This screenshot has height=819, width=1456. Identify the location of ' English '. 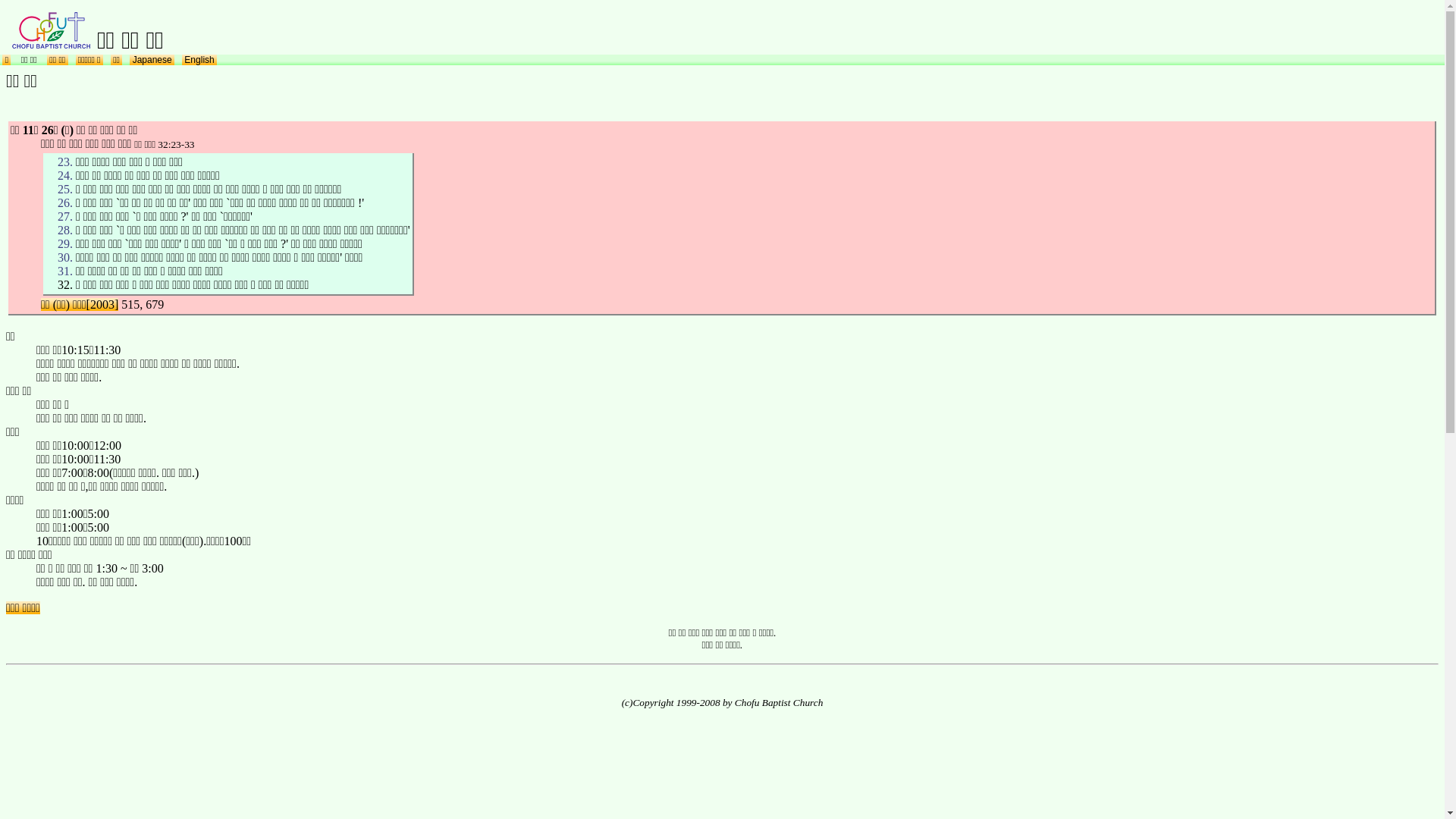
(199, 58).